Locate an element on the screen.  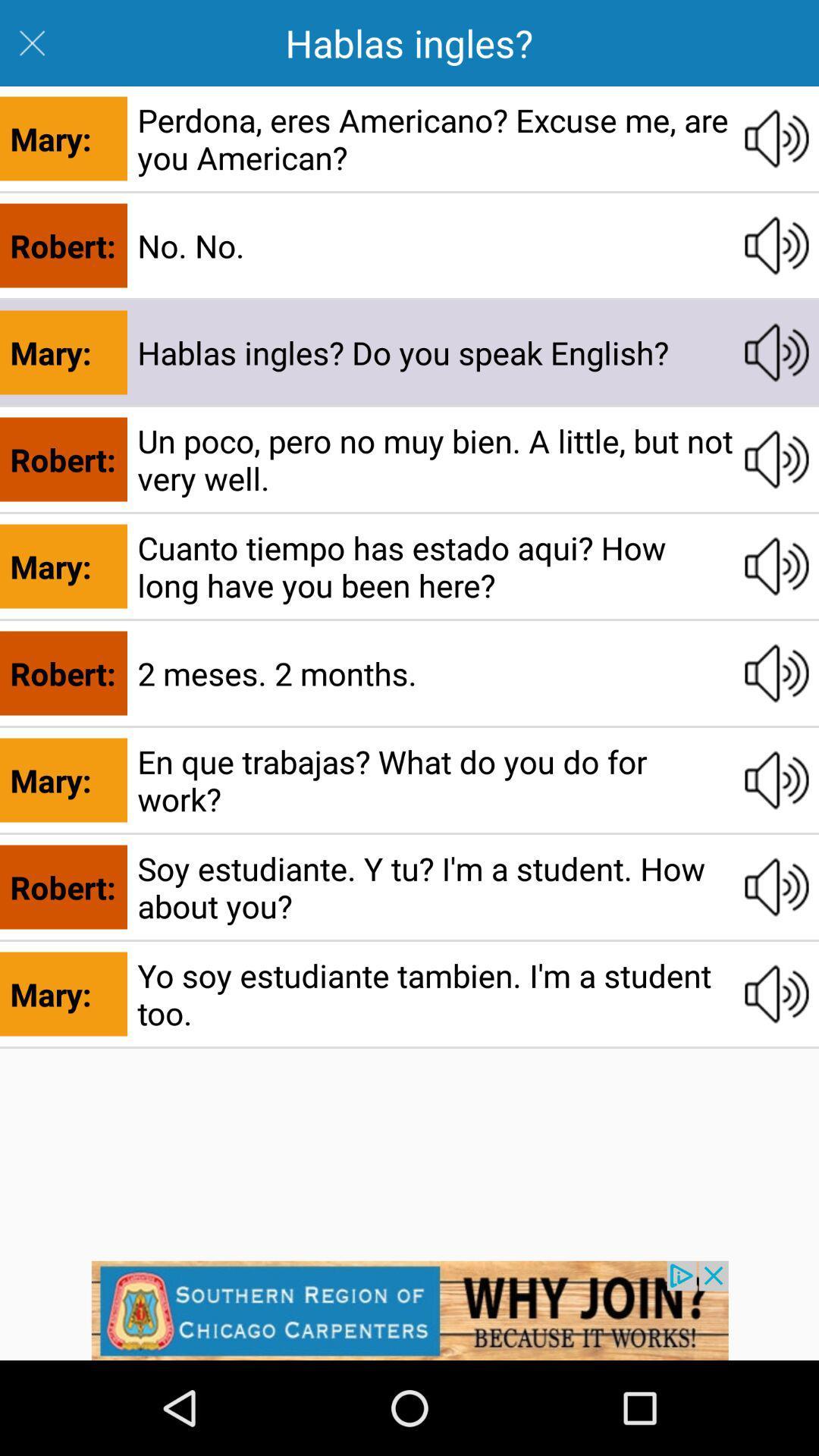
it is a notification key is located at coordinates (409, 1310).